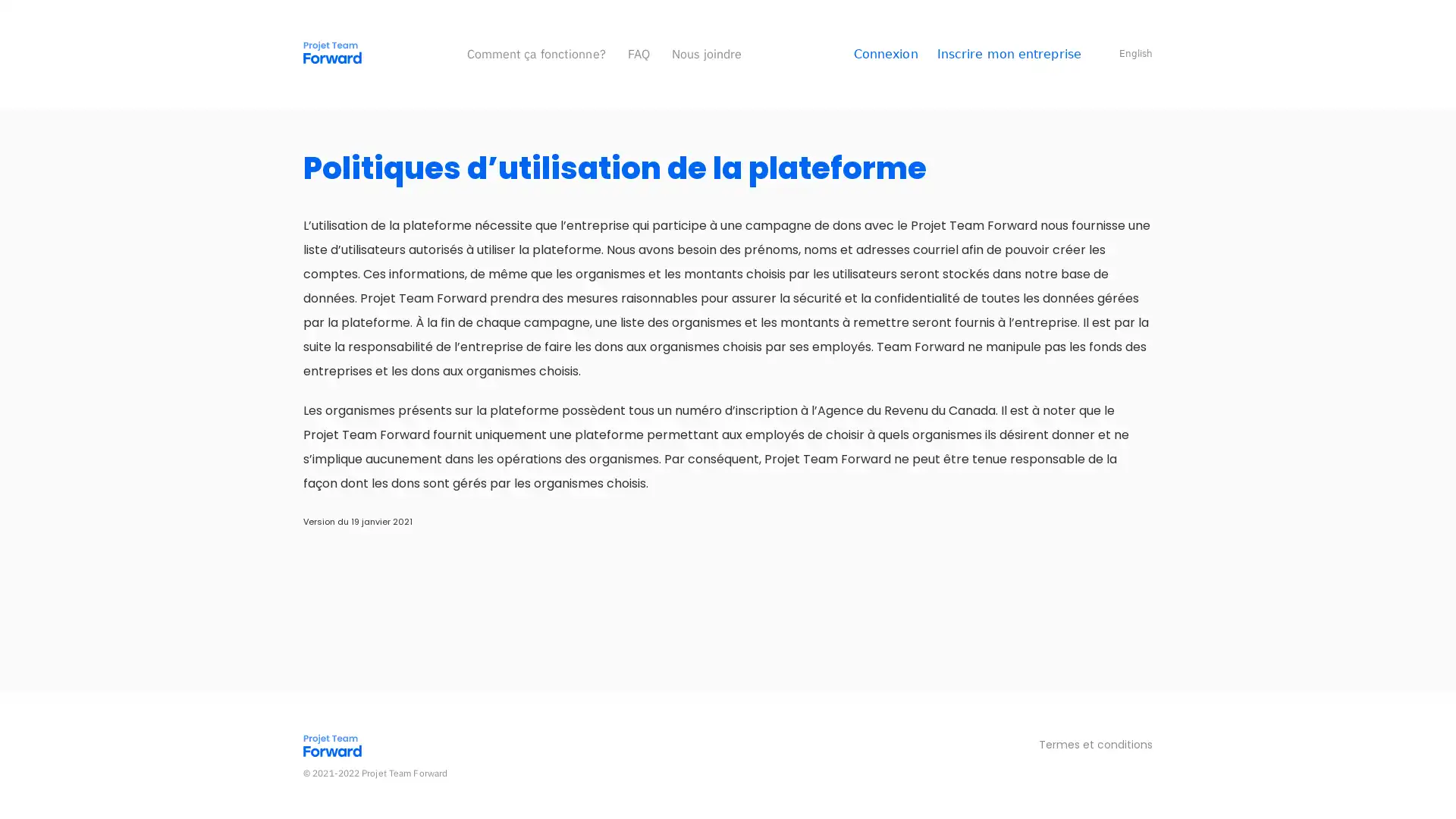  I want to click on Comment ca fonctionne?, so click(544, 52).